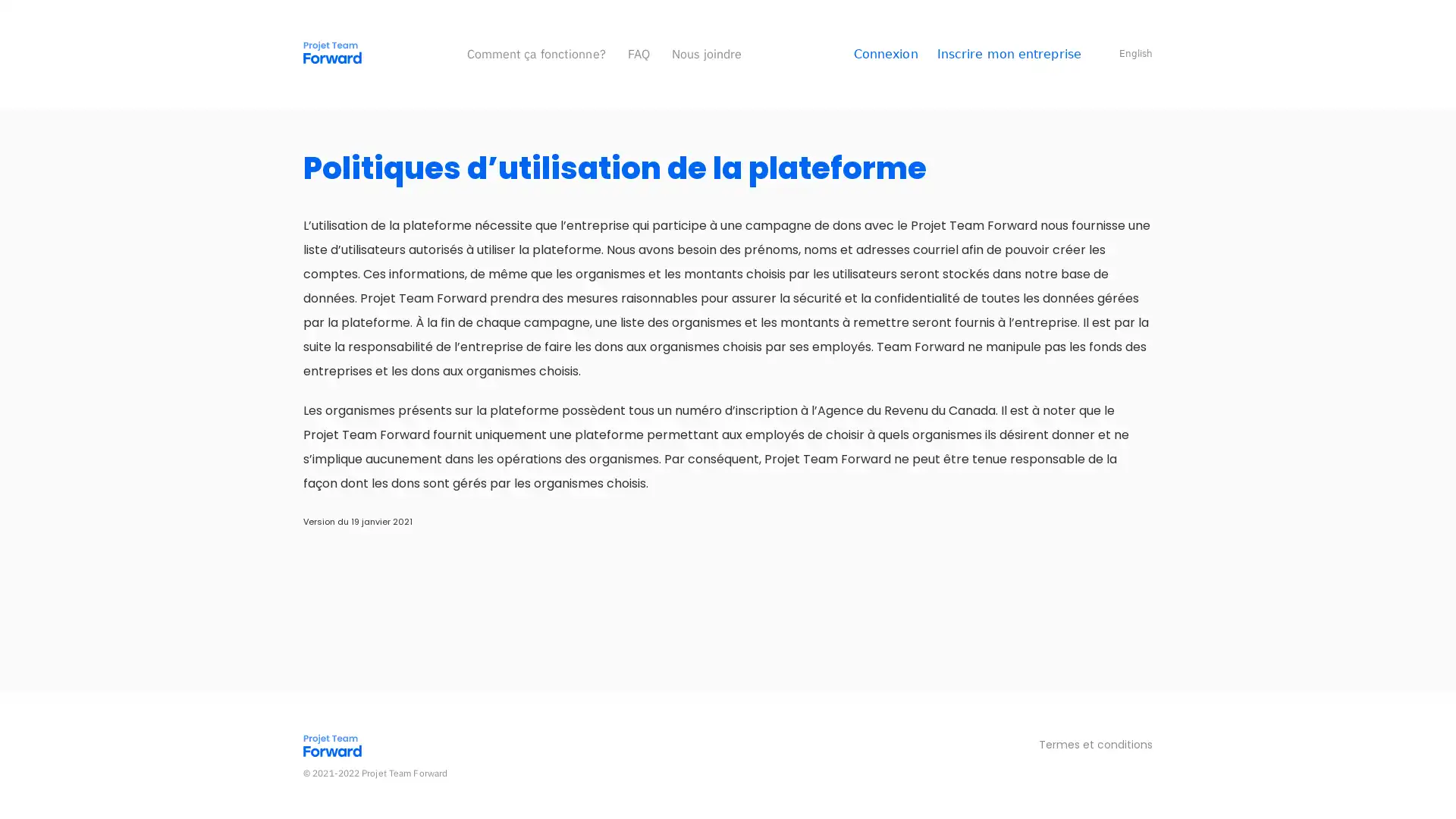  I want to click on Comment ca fonctionne?, so click(544, 52).